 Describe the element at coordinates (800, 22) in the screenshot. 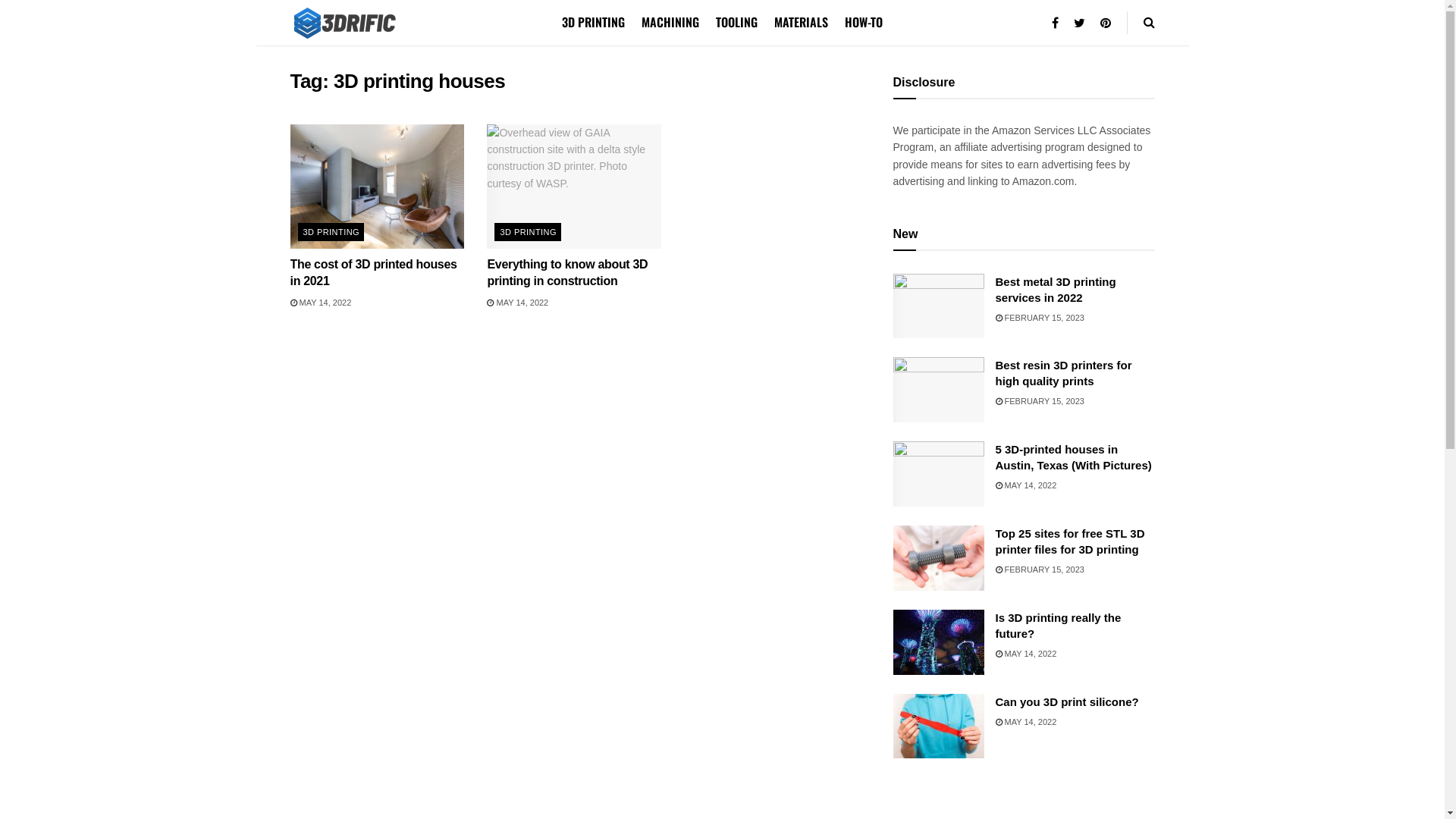

I see `'MATERIALS'` at that location.